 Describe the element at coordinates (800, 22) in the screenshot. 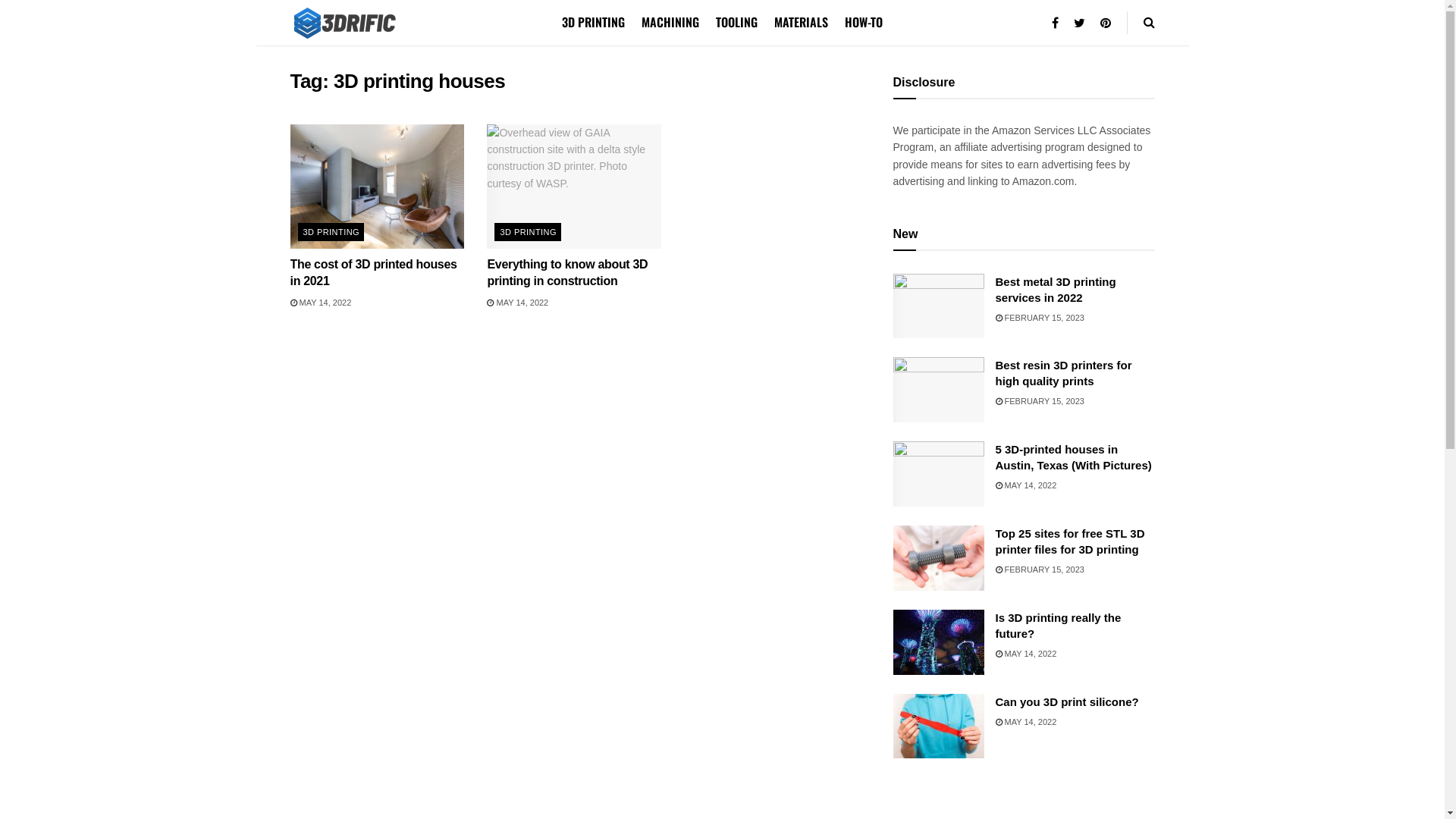

I see `'MATERIALS'` at that location.